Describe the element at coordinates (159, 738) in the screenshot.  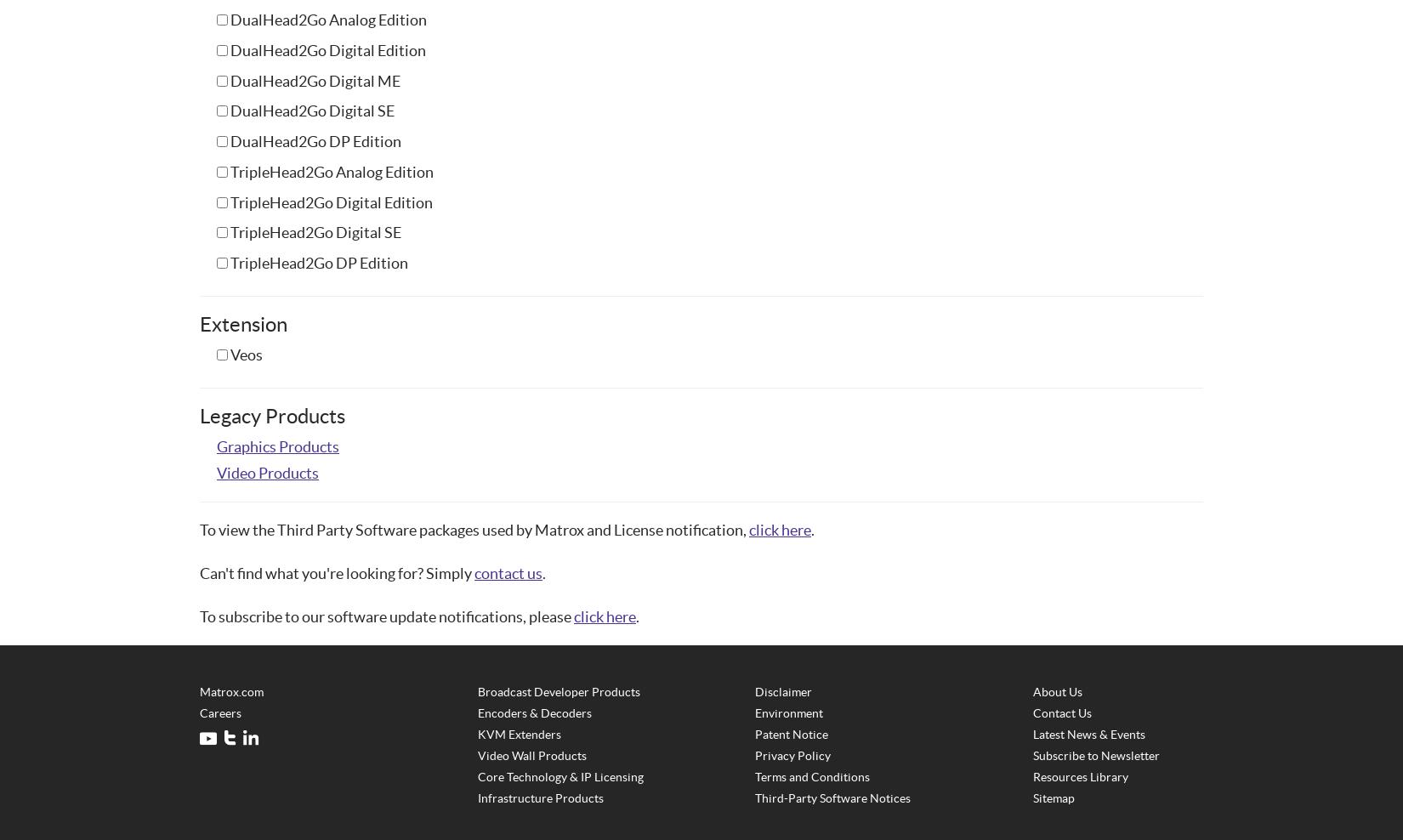
I see `'Twitter'` at that location.